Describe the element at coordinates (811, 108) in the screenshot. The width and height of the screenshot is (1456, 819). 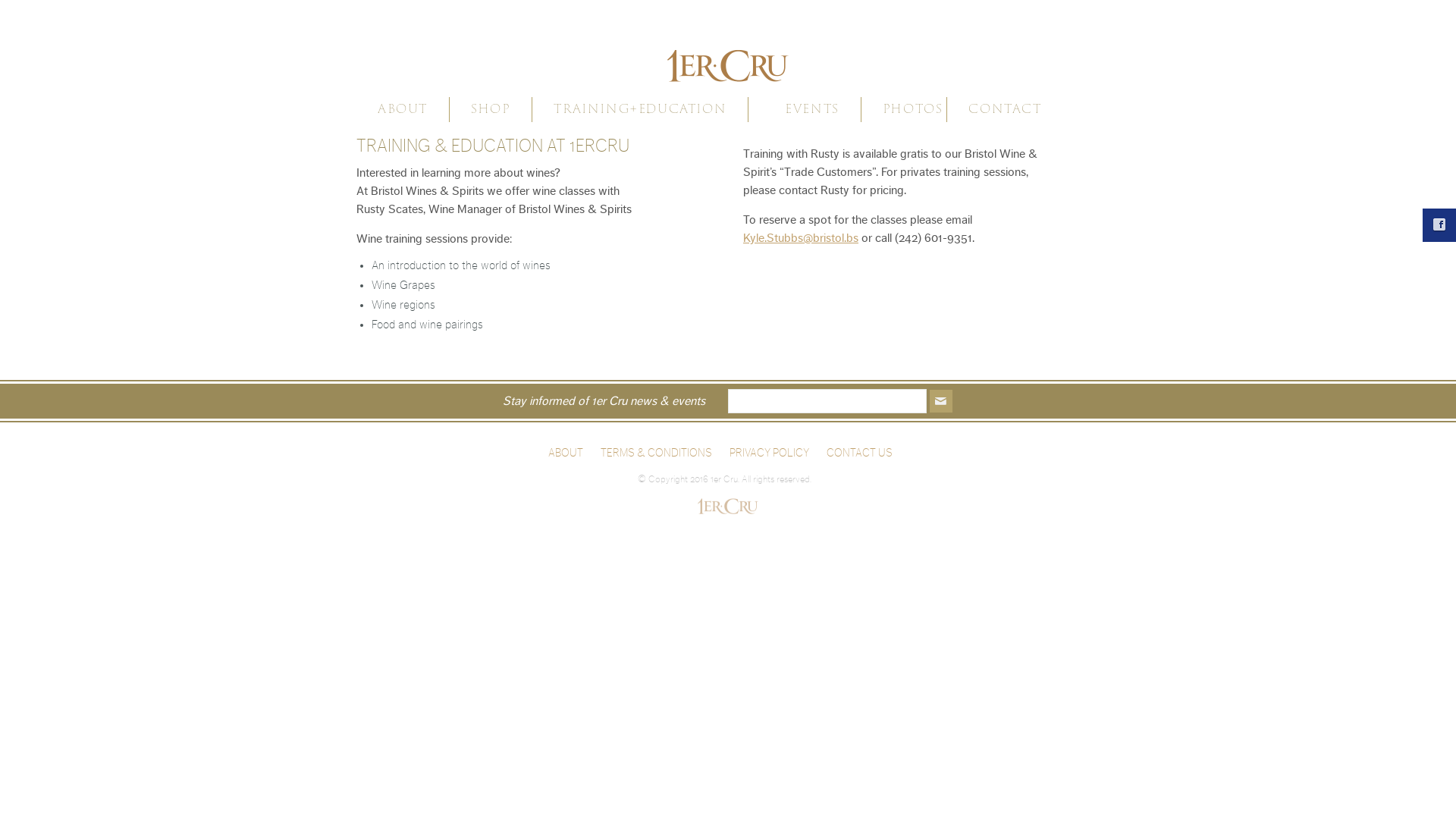
I see `'EVENTS'` at that location.